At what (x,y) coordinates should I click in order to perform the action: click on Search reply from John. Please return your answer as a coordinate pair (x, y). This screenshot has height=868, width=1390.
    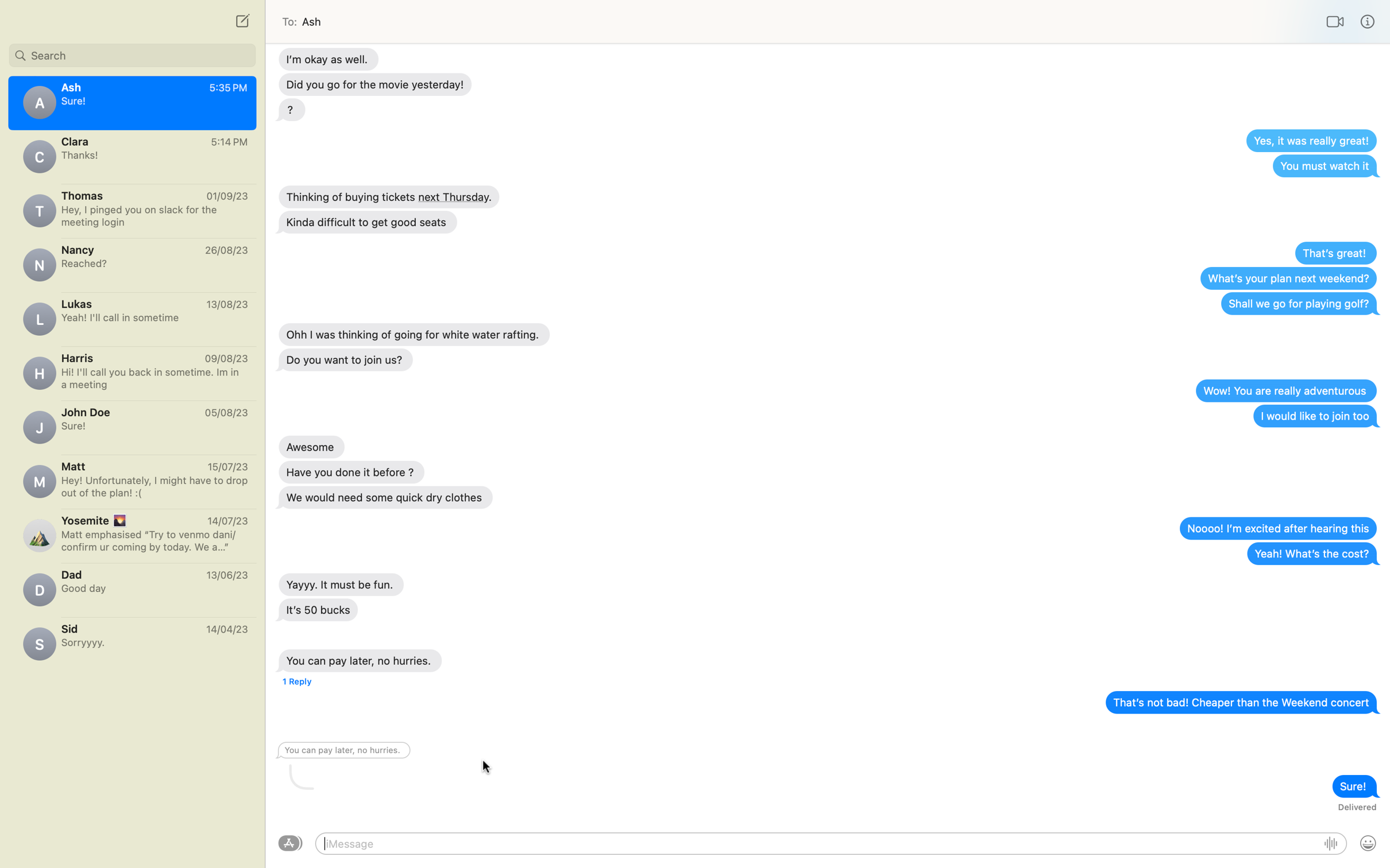
    Looking at the image, I should click on (132, 53).